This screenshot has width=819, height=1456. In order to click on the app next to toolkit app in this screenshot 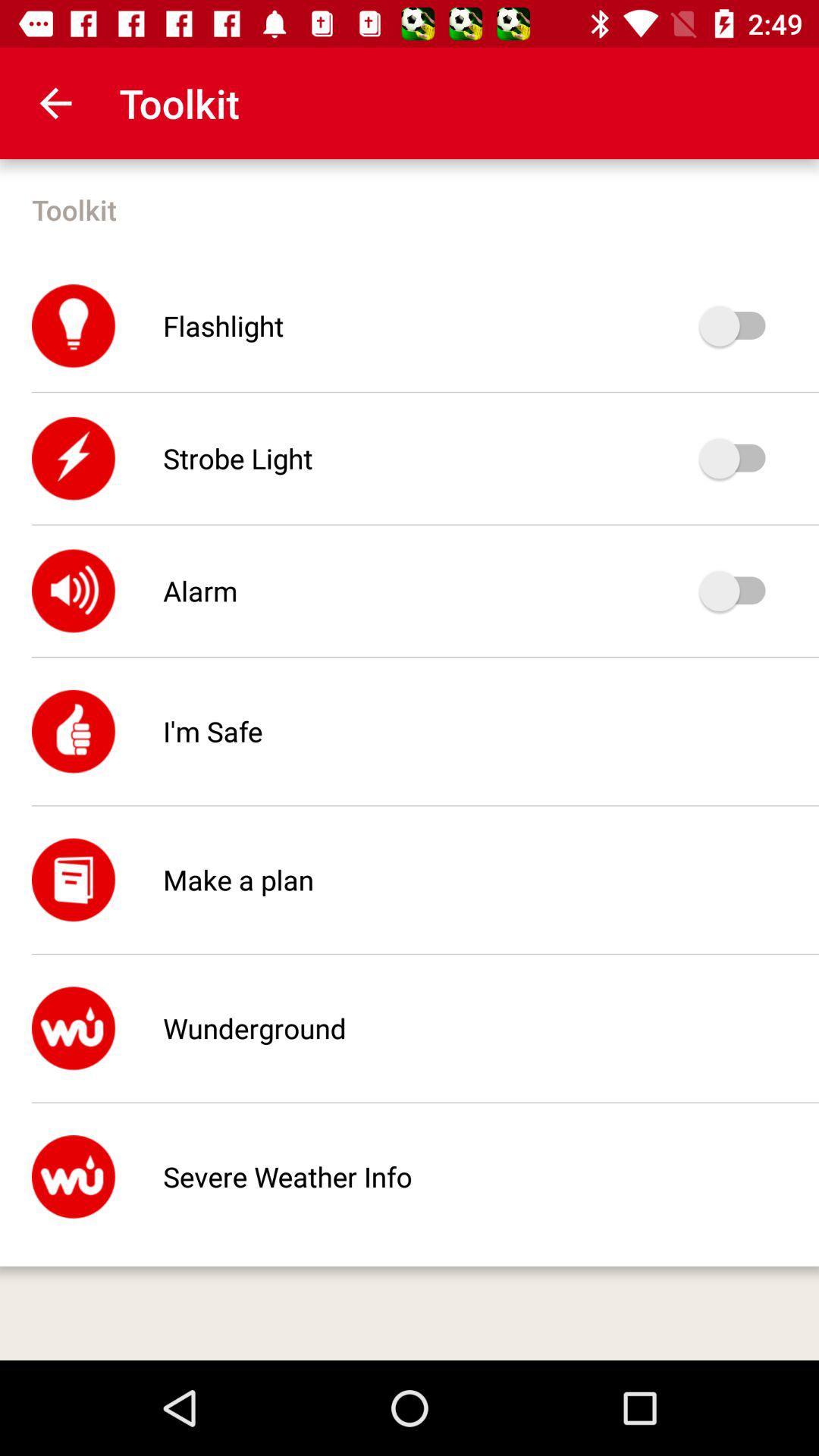, I will do `click(55, 102)`.